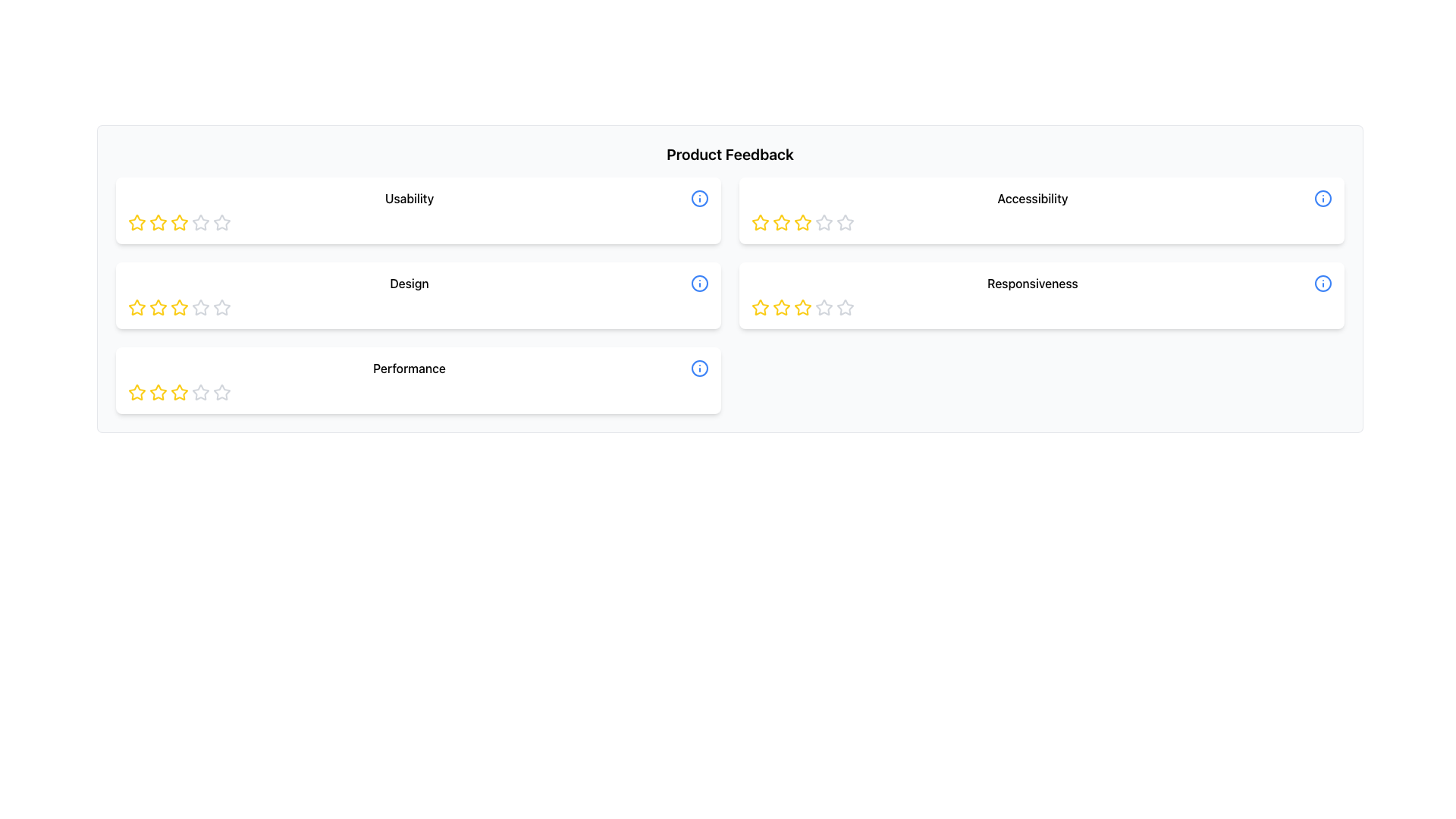  I want to click on the first yellow star icon in the rating stars associated with the 'Performance' category, so click(137, 391).